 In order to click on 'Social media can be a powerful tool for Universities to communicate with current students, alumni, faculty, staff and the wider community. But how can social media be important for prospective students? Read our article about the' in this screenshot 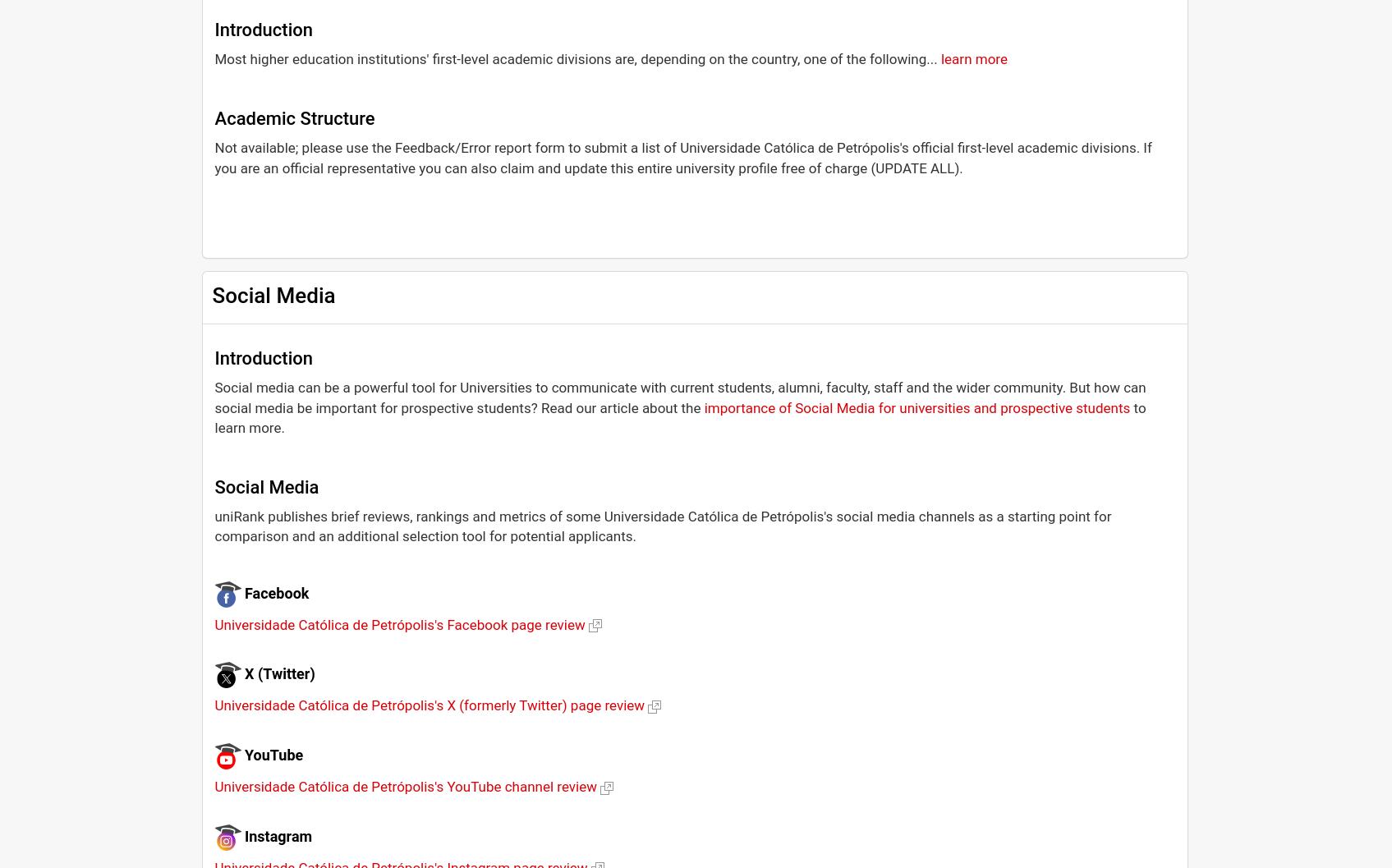, I will do `click(680, 397)`.